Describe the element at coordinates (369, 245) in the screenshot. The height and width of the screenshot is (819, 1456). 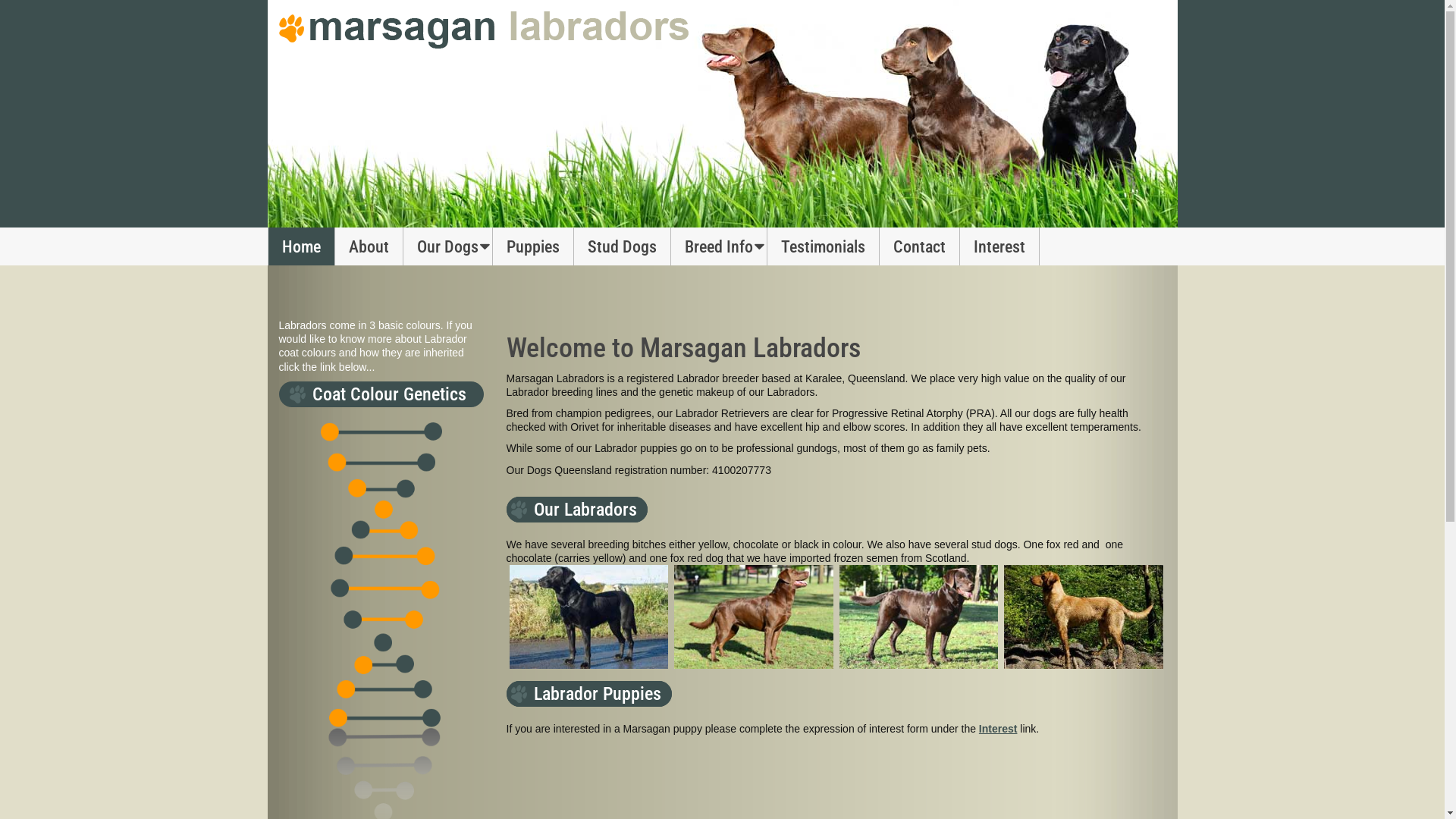
I see `'About'` at that location.